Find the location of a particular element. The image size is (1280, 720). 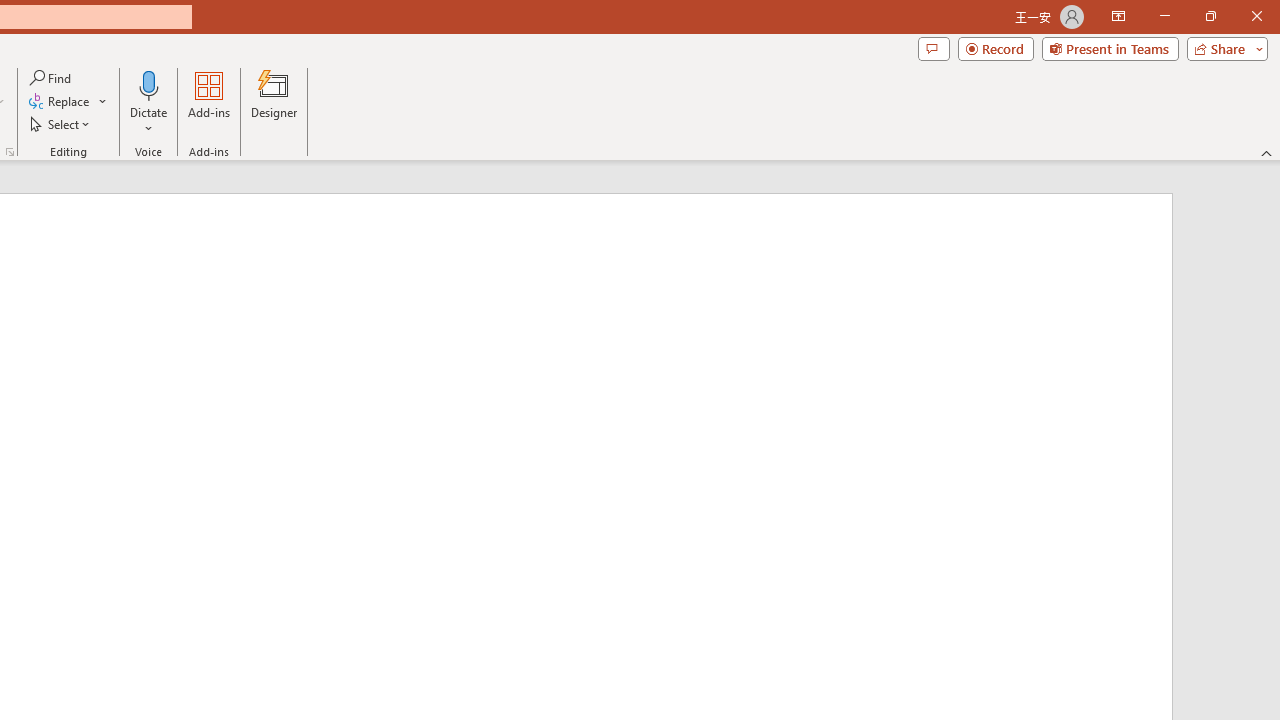

'Dictate' is located at coordinates (148, 103).